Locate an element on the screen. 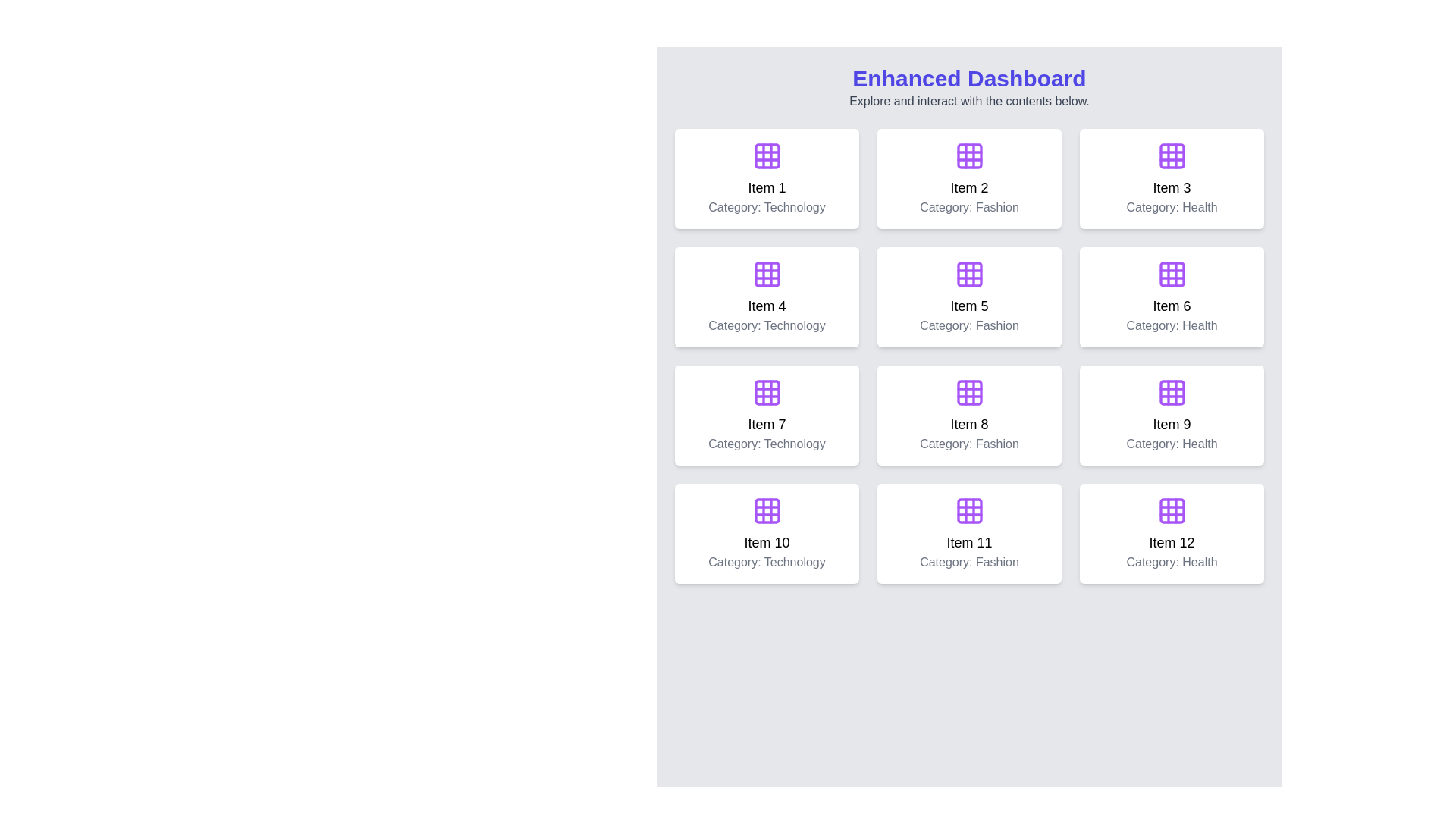 The image size is (1456, 819). the text label displaying 'Item 9.' which is part of the ninth card in a grid layout, located in the third column of the third row, above the 'Category: Health' text is located at coordinates (1171, 424).